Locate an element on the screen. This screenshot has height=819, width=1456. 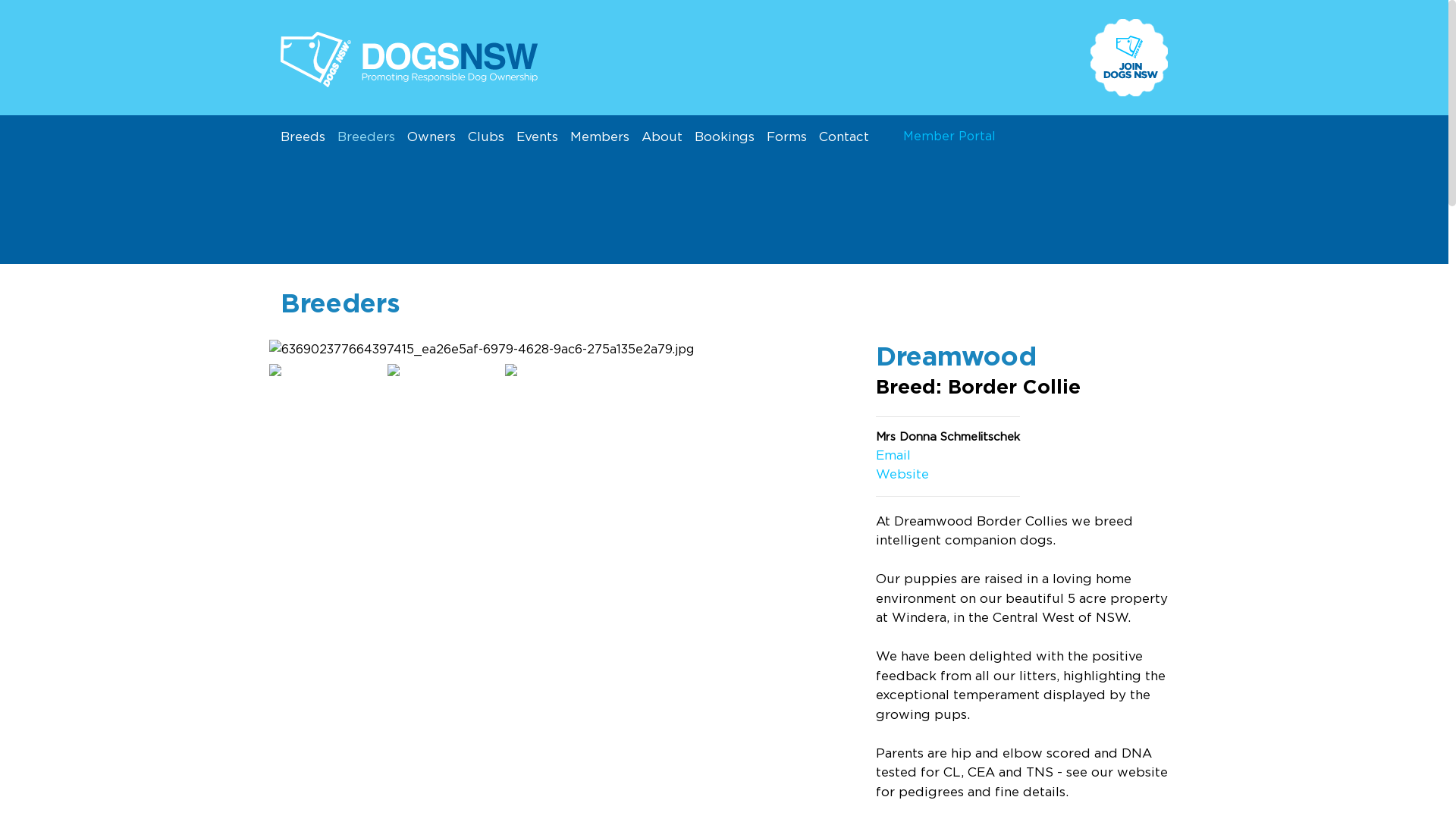
'Member Portal' is located at coordinates (949, 134).